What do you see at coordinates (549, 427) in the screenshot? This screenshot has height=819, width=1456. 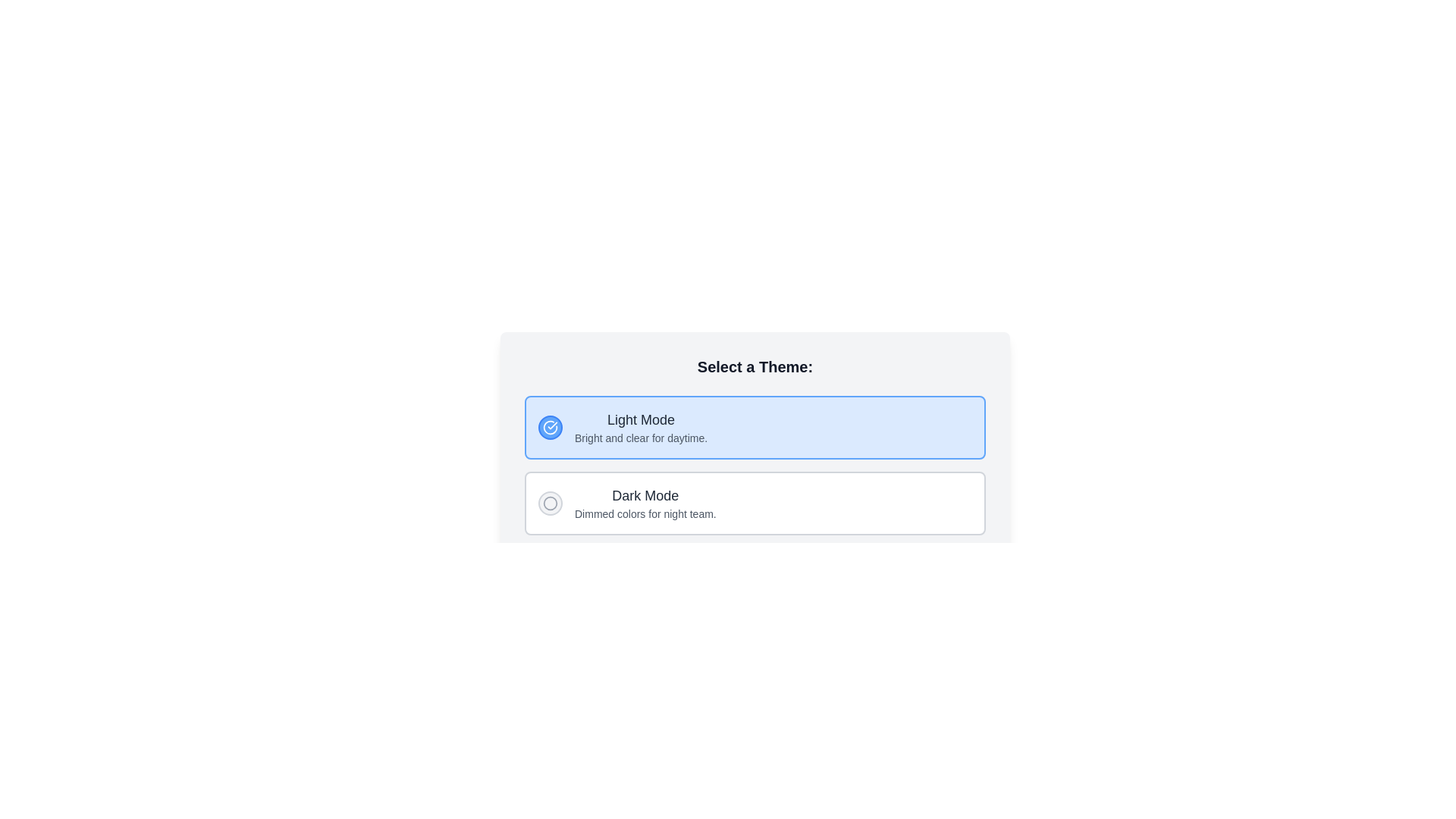 I see `the graphical decoration icon used for selection or emphasis on the 'Light Mode' card, located at the top-left corner of the selection button` at bounding box center [549, 427].